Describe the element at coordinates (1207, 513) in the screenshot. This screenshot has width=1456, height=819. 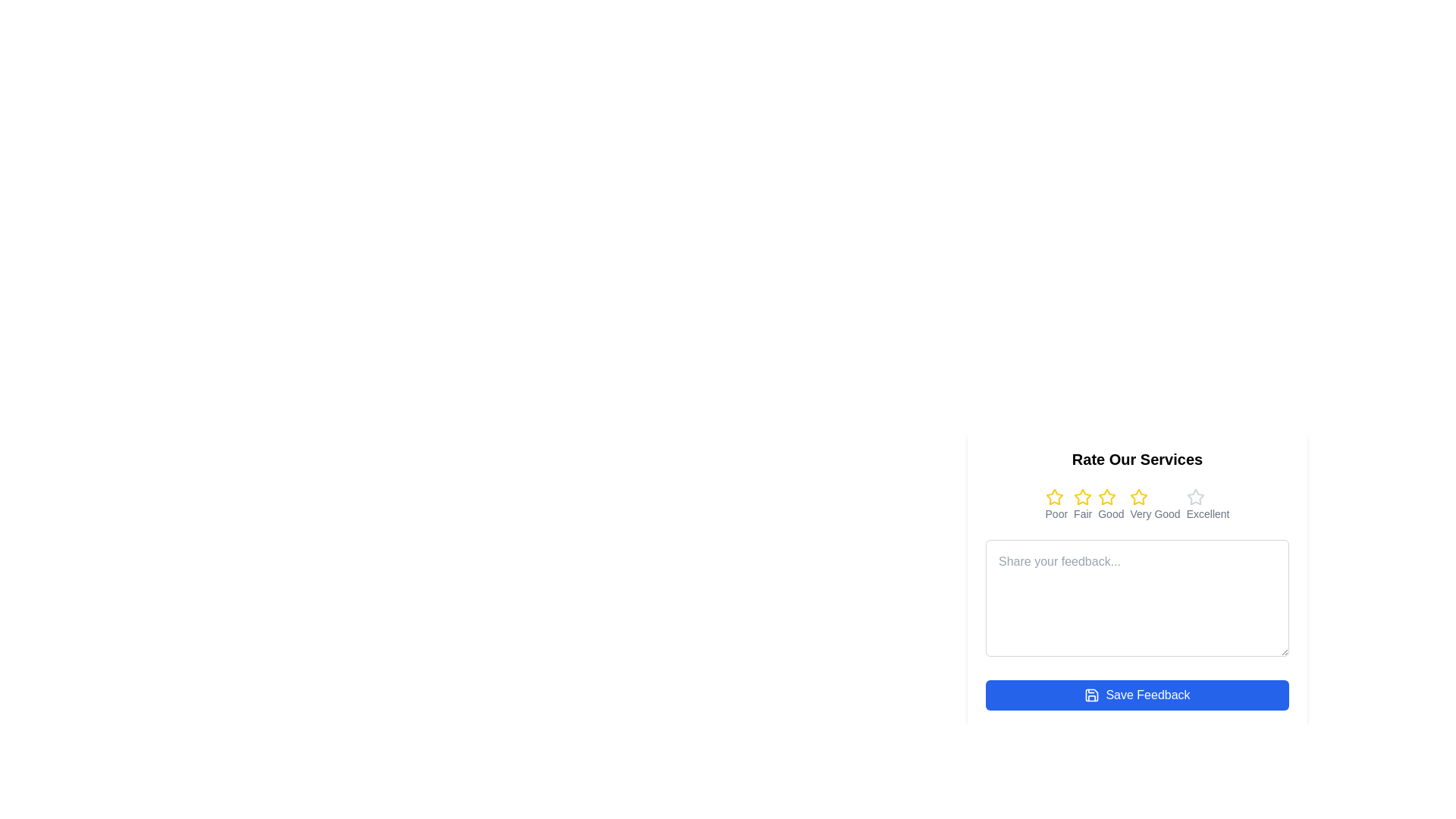
I see `the label indicating an 'Excellent' rating, which is located beneath the last star in a row of five stars` at that location.